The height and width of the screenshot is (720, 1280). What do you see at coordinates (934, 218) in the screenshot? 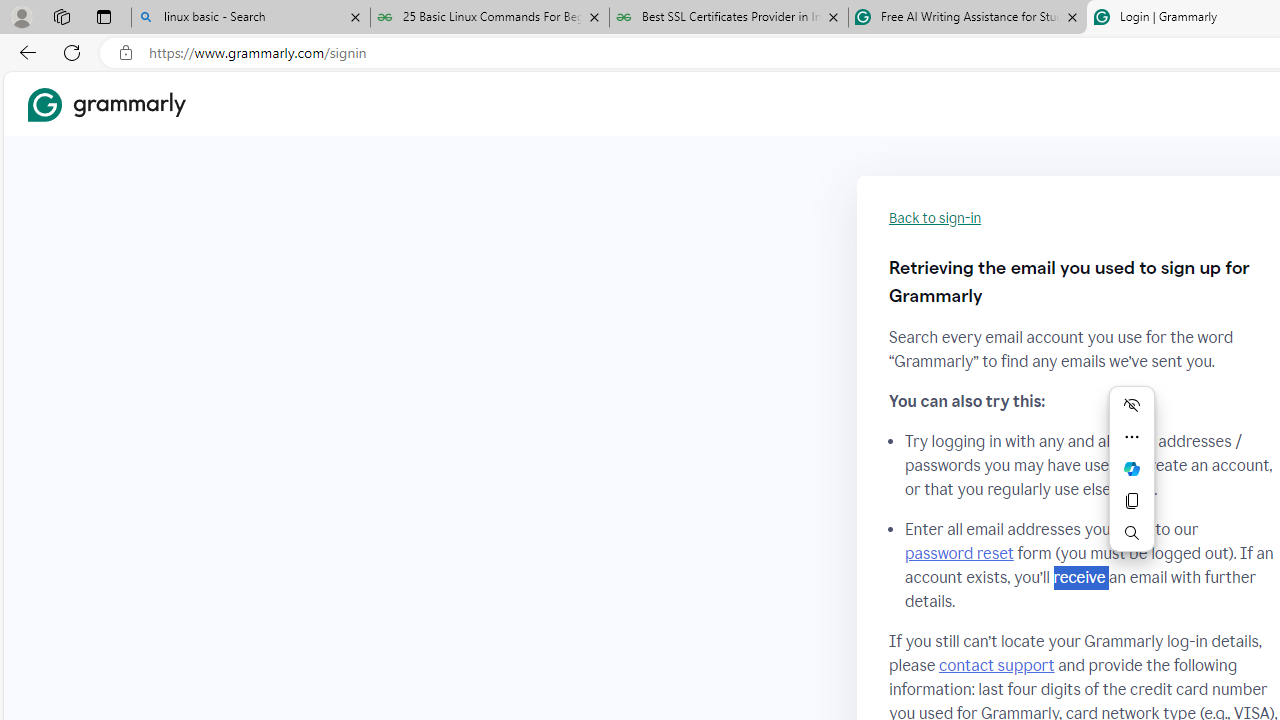
I see `'Back to sign-in'` at bounding box center [934, 218].